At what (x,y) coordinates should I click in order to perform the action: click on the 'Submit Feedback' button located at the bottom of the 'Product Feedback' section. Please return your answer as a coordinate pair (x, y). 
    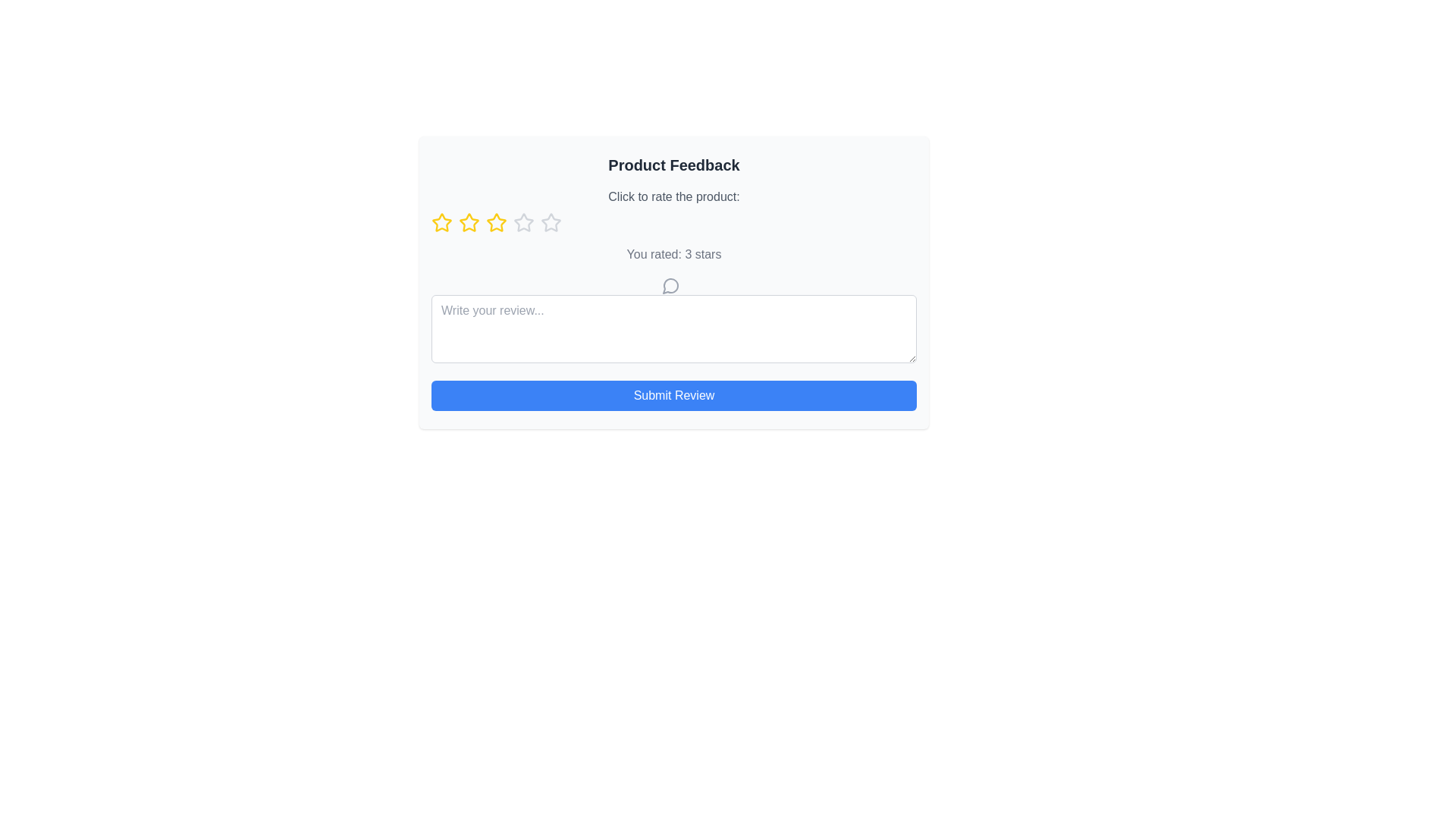
    Looking at the image, I should click on (673, 394).